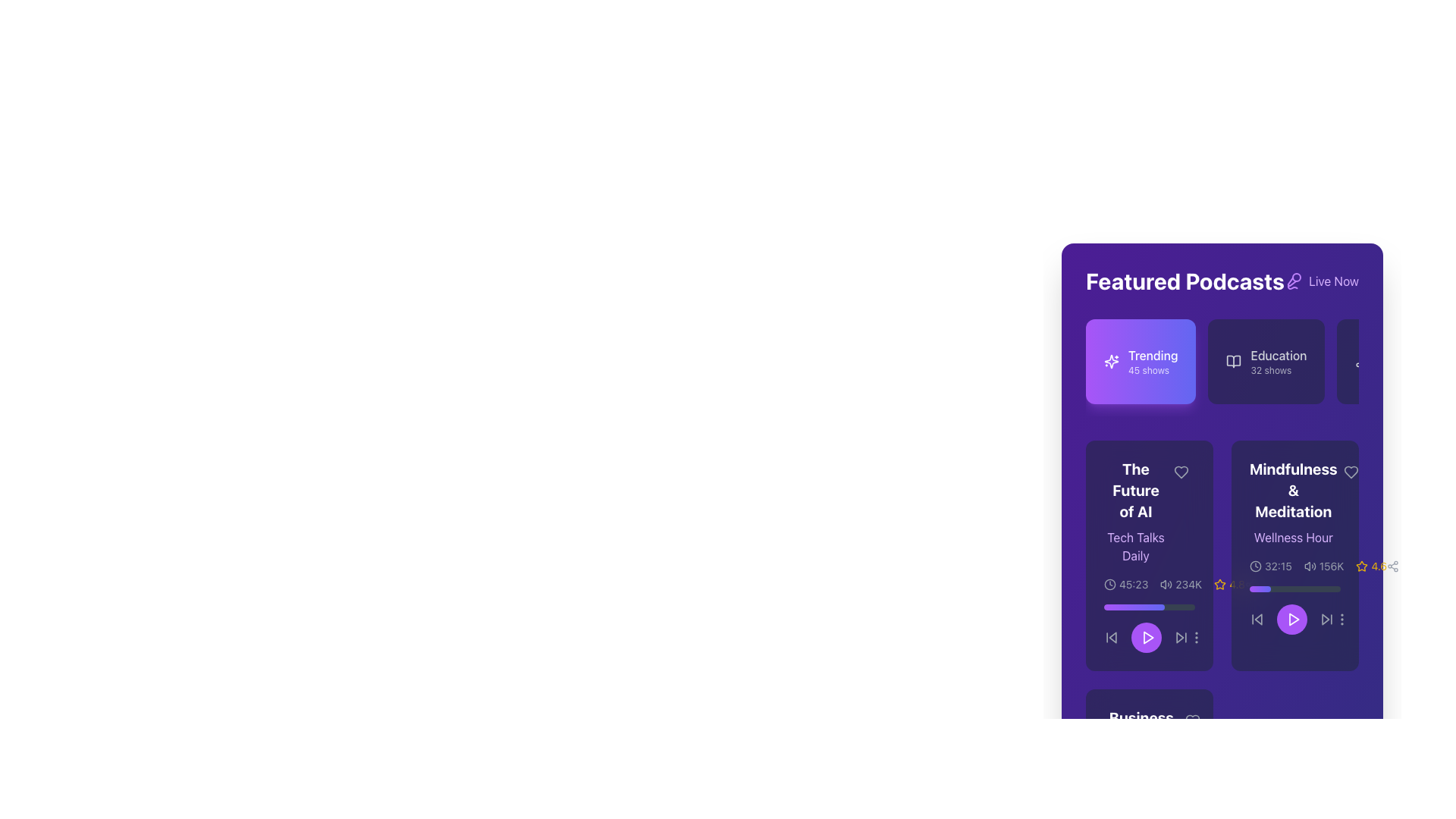 The image size is (1456, 819). What do you see at coordinates (1222, 368) in the screenshot?
I see `the 'Education' category button styled as a card in the 'Trending' section of the 'Featured Podcasts' panel for a visual response` at bounding box center [1222, 368].